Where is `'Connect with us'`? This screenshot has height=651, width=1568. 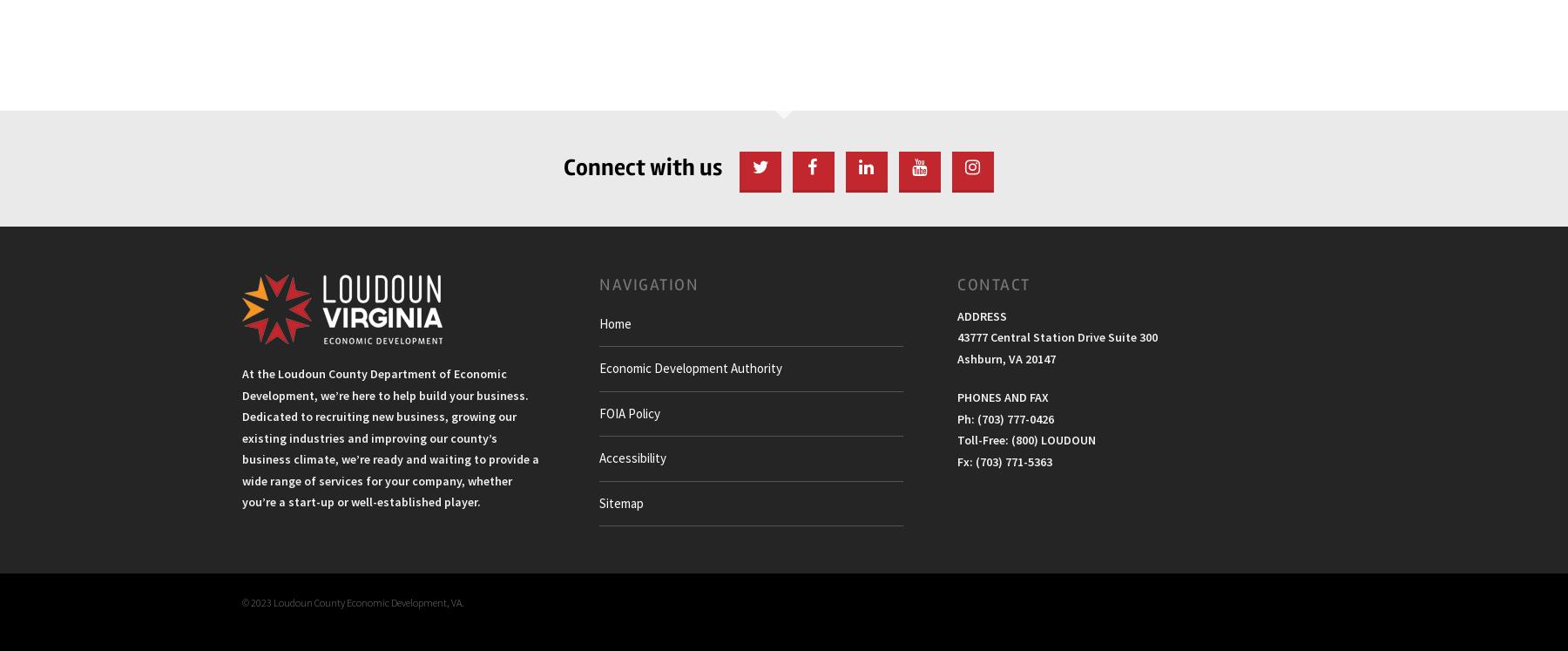 'Connect with us' is located at coordinates (643, 166).